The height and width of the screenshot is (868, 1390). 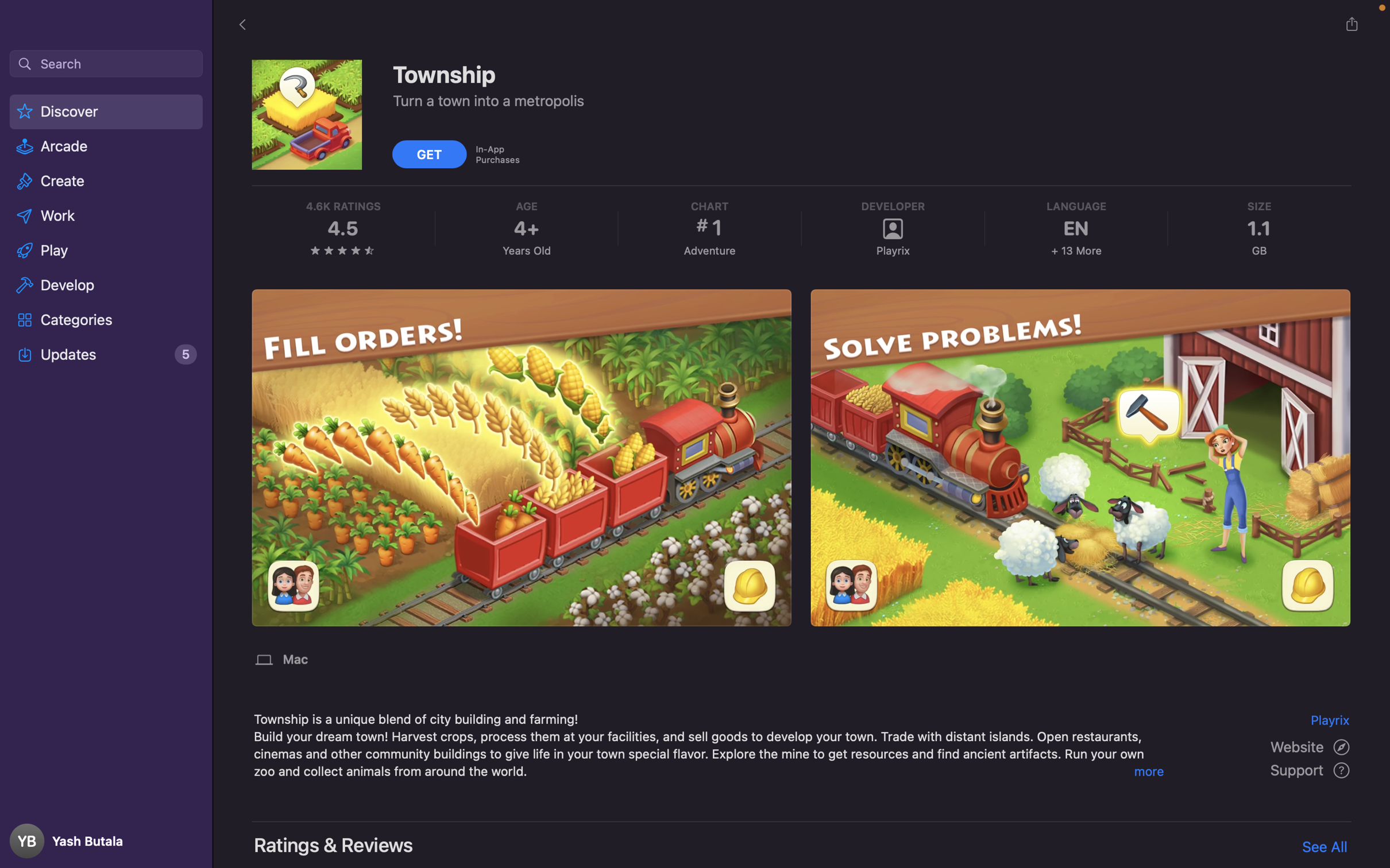 What do you see at coordinates (1351, 24) in the screenshot?
I see `Locate and click on the "share" button, then input "Facebook" as the platform to share the application on` at bounding box center [1351, 24].